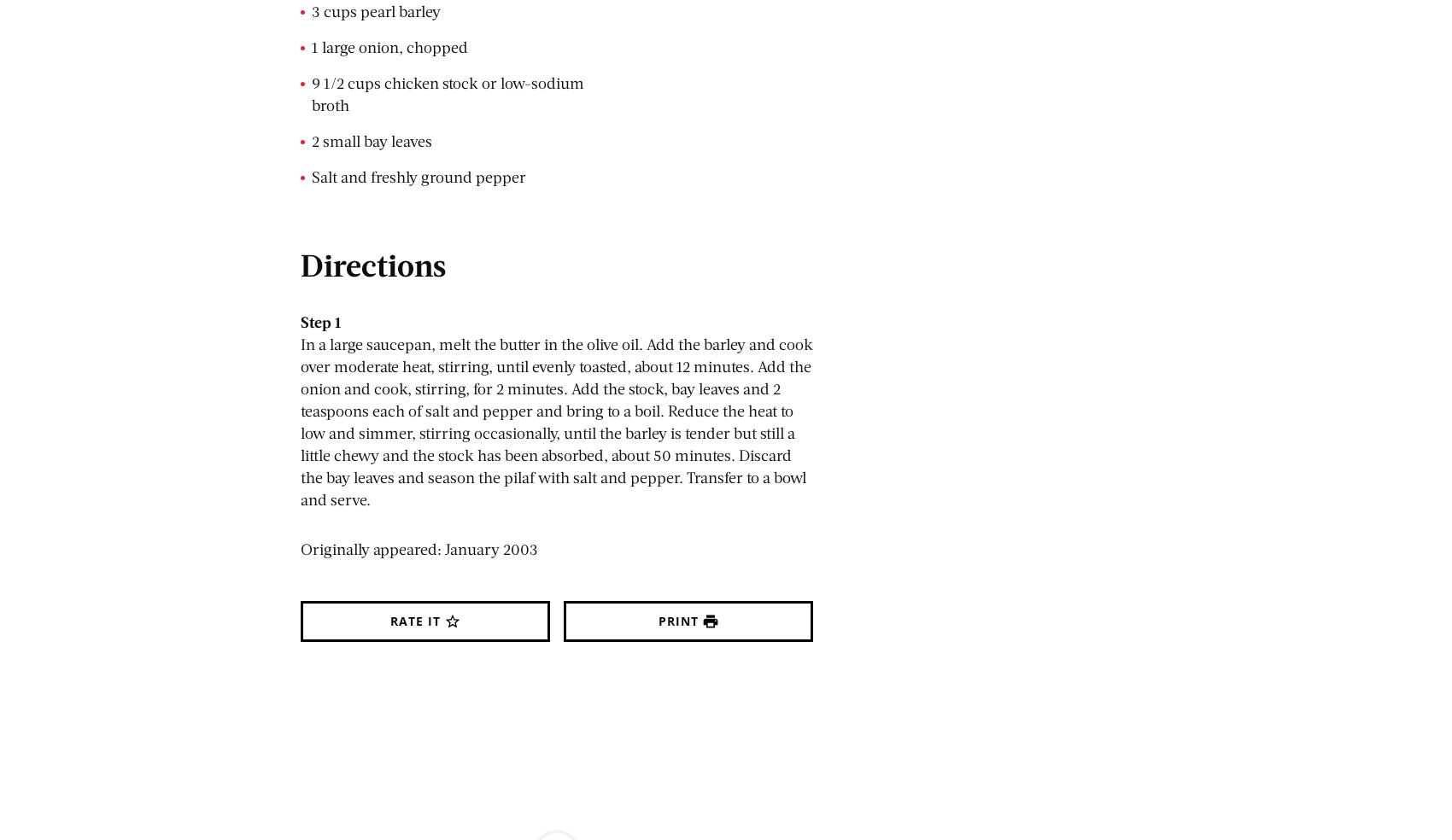 The height and width of the screenshot is (840, 1452). I want to click on 'In a large saucepan, melt the butter in the olive oil. Add the barley and cook over moderate heat, stirring, until evenly toasted, about 12 minutes. Add the onion and cook, stirring, for 2 minutes. Add the stock, bay leaves and 2 teaspoons each of salt and pepper and bring to a boil. Reduce the heat to low and simmer, stirring occasionally, until the barley is tender but still a little chewy and the stock has been absorbed, about 50 minutes. Discard the bay leaves and season the pilaf with salt and pepper. Transfer to a bowl and serve.', so click(556, 420).